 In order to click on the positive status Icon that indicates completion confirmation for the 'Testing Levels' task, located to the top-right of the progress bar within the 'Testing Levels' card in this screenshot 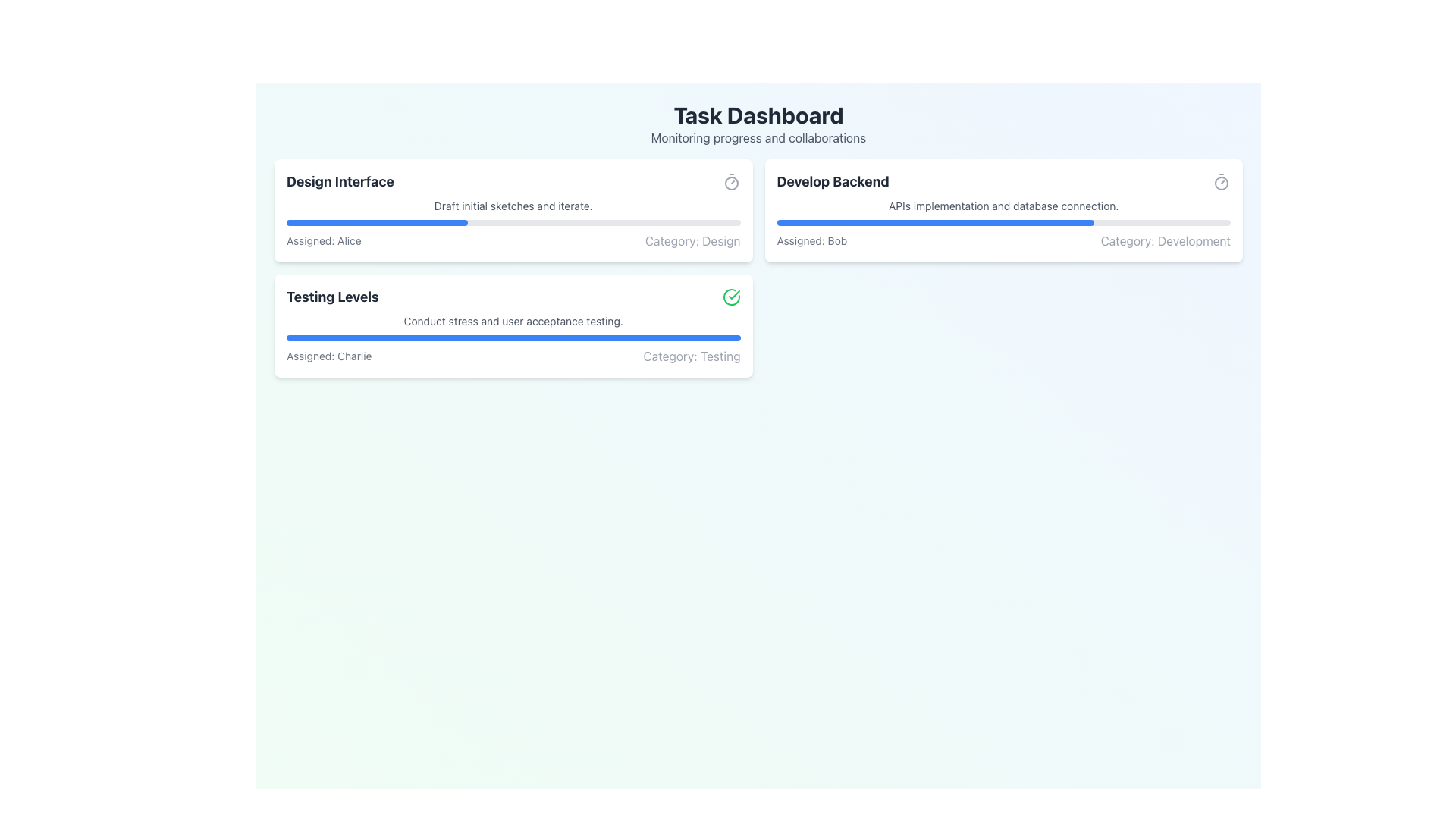, I will do `click(734, 295)`.